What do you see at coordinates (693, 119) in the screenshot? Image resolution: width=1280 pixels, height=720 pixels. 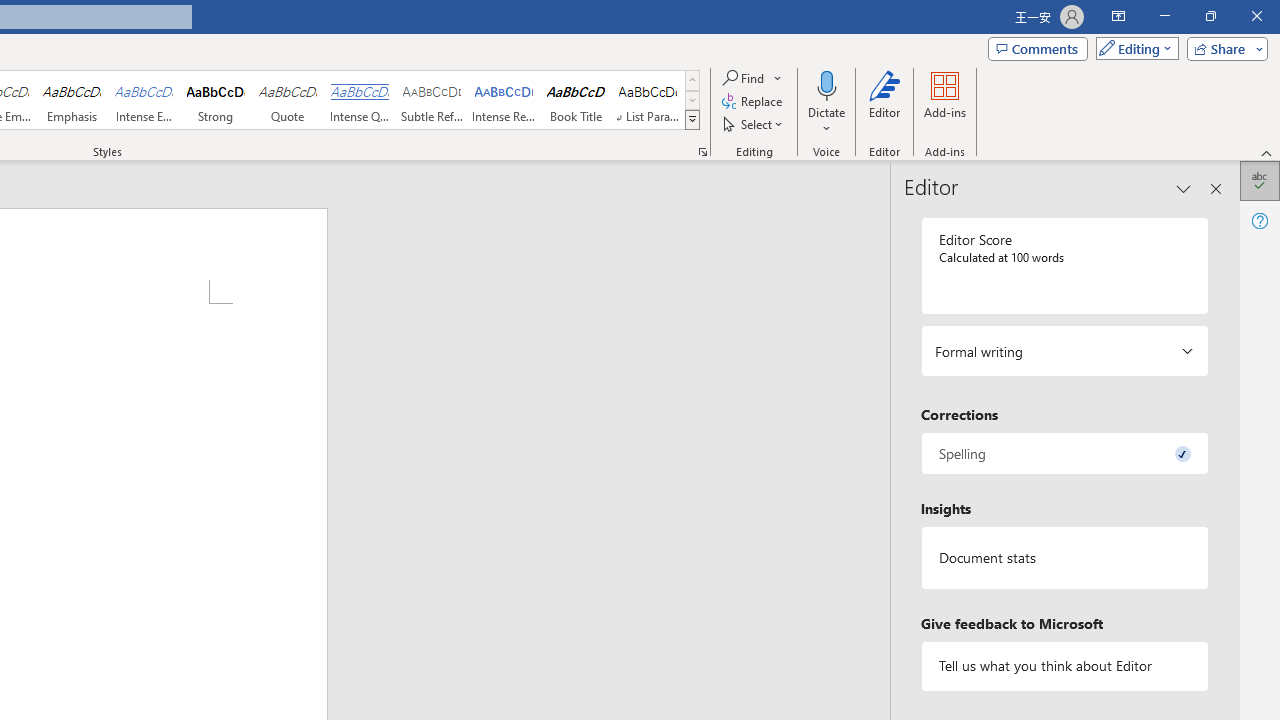 I see `'Class: NetUIImage'` at bounding box center [693, 119].